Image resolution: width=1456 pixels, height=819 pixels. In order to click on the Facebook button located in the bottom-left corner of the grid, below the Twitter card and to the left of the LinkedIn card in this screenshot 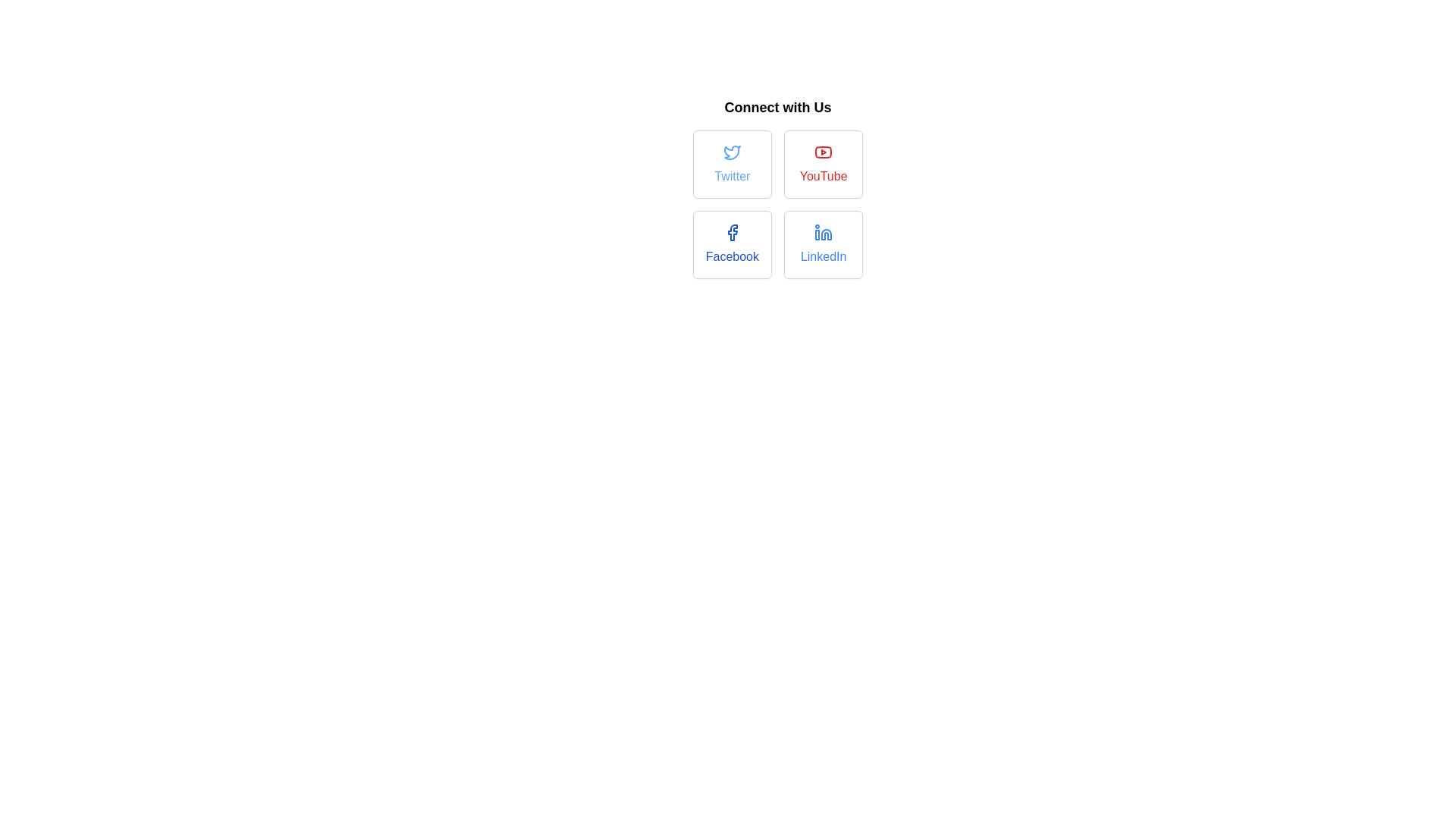, I will do `click(732, 244)`.